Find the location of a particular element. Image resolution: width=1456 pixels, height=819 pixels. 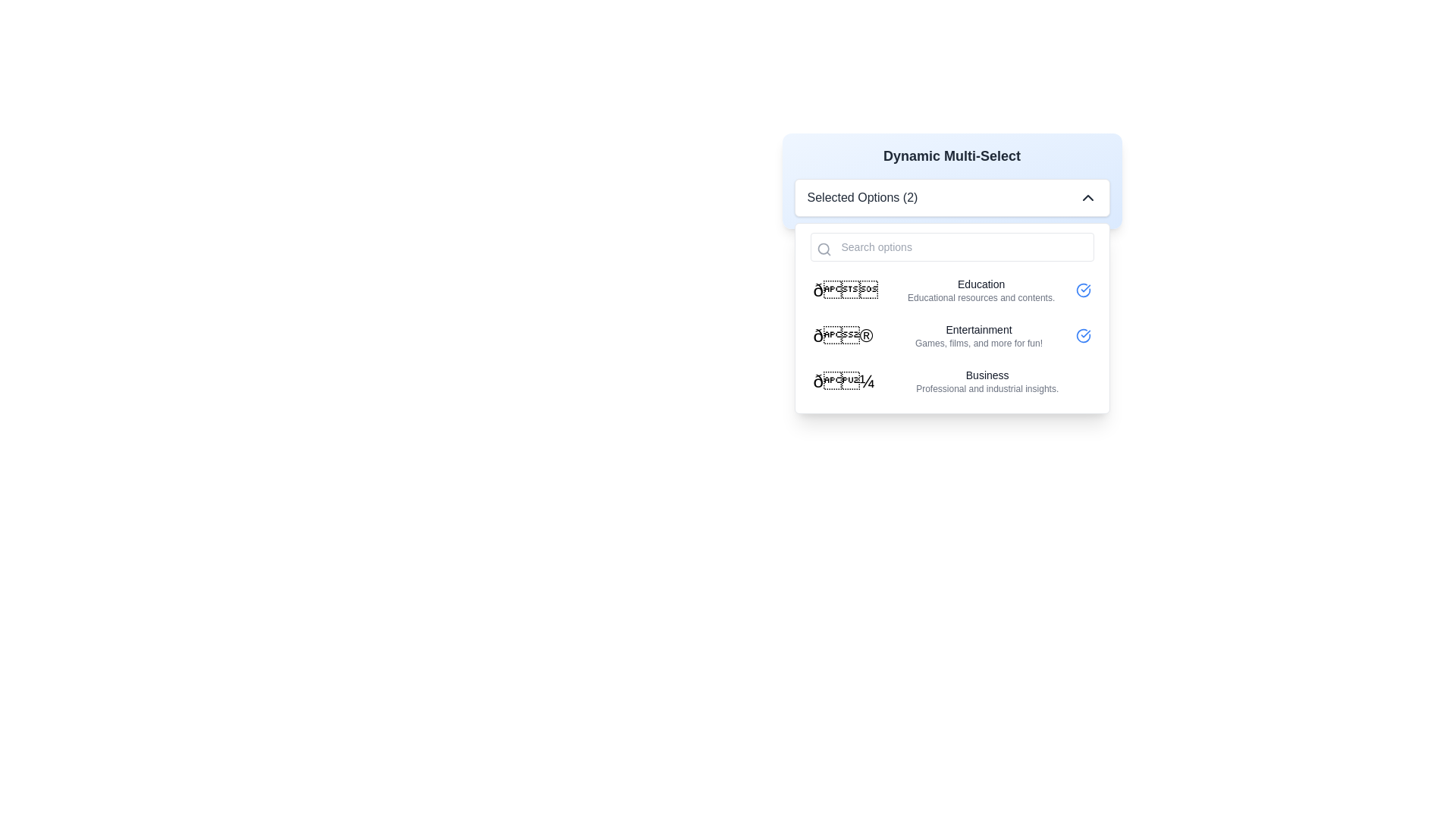

the third selectable option in the list for 'Business' topics is located at coordinates (951, 380).